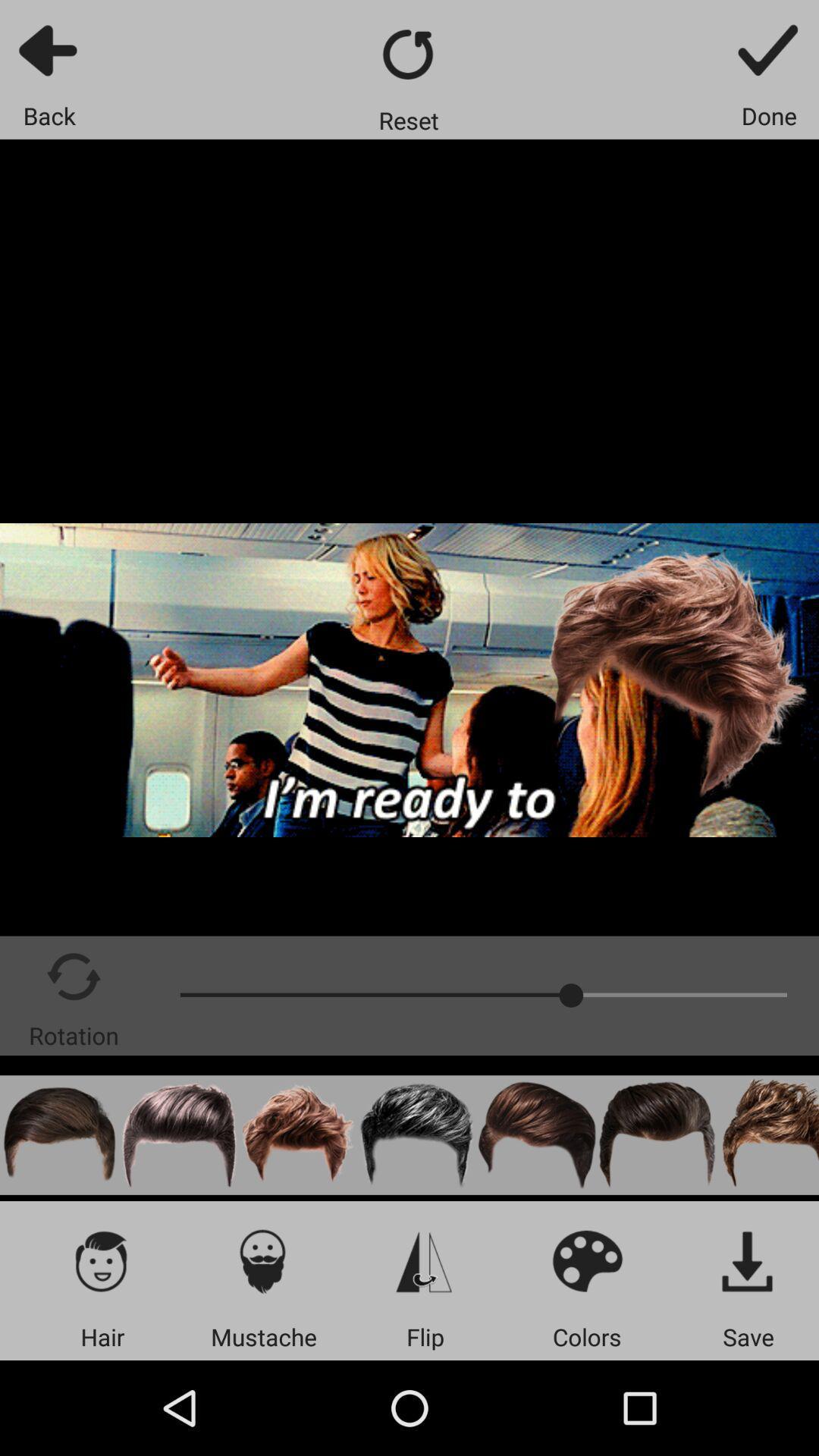  Describe the element at coordinates (408, 54) in the screenshot. I see `the refresh icon` at that location.